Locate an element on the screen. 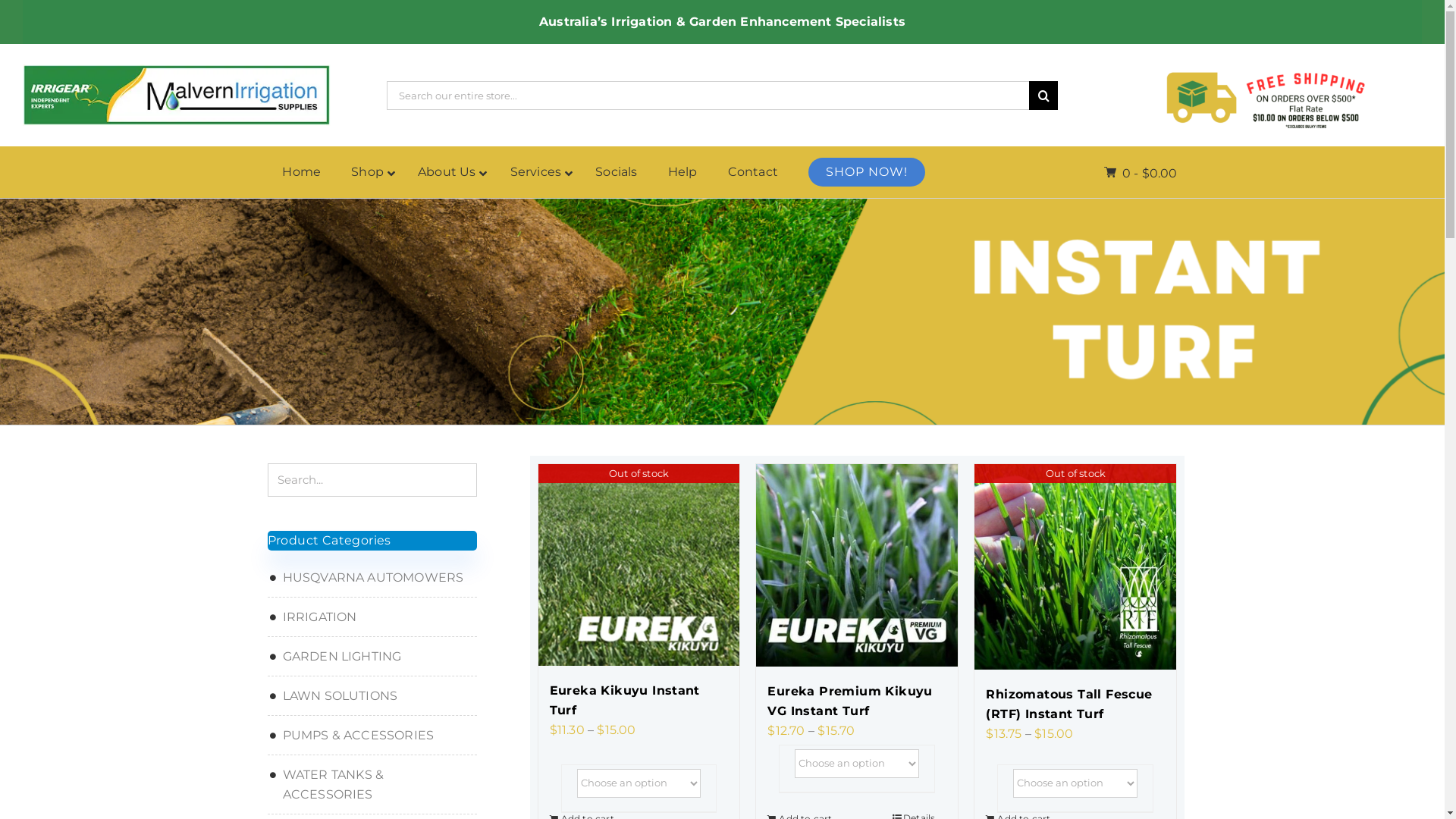  'IRRIGATION' is located at coordinates (371, 617).